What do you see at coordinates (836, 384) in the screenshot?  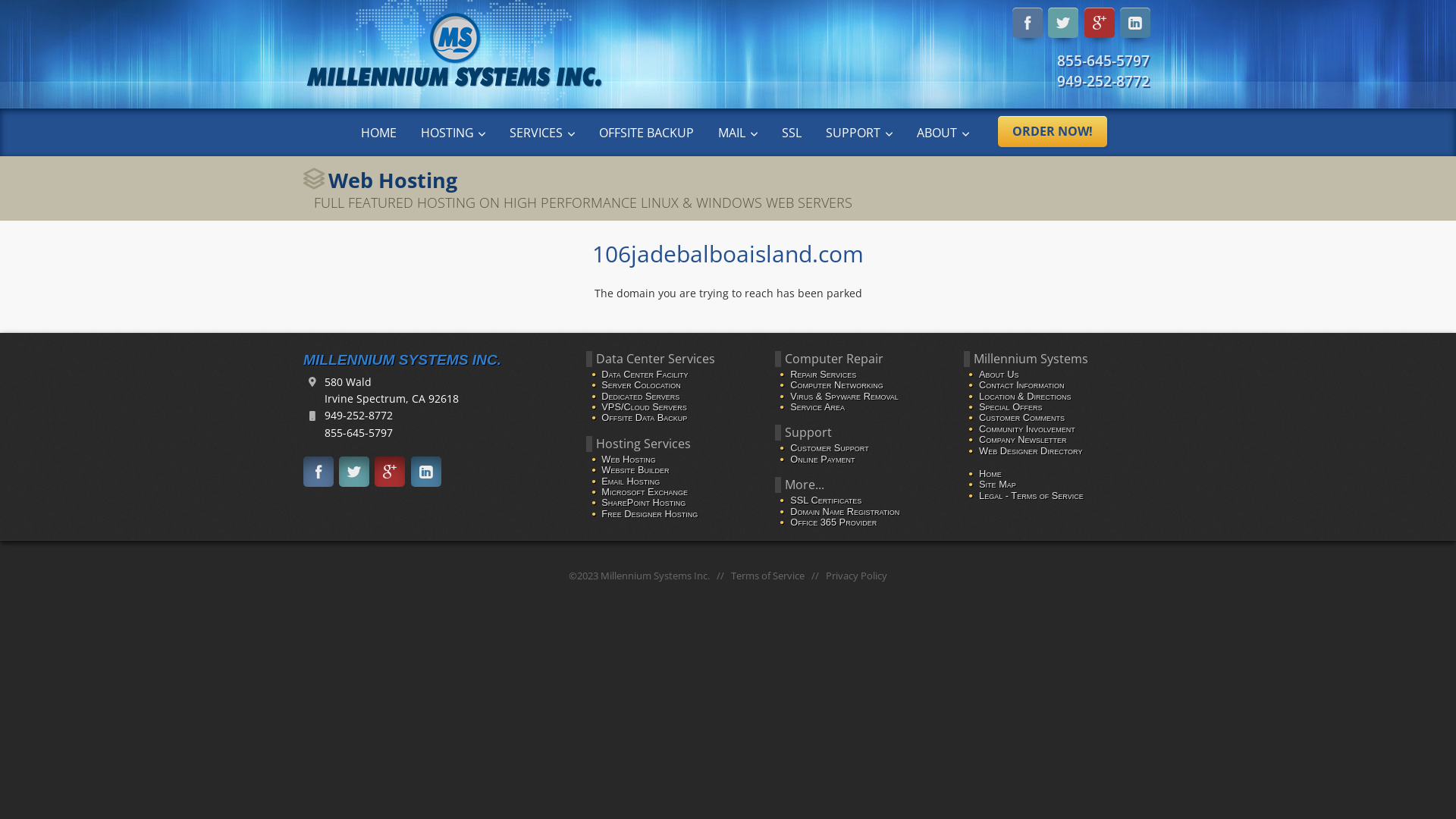 I see `'Computer Networking'` at bounding box center [836, 384].